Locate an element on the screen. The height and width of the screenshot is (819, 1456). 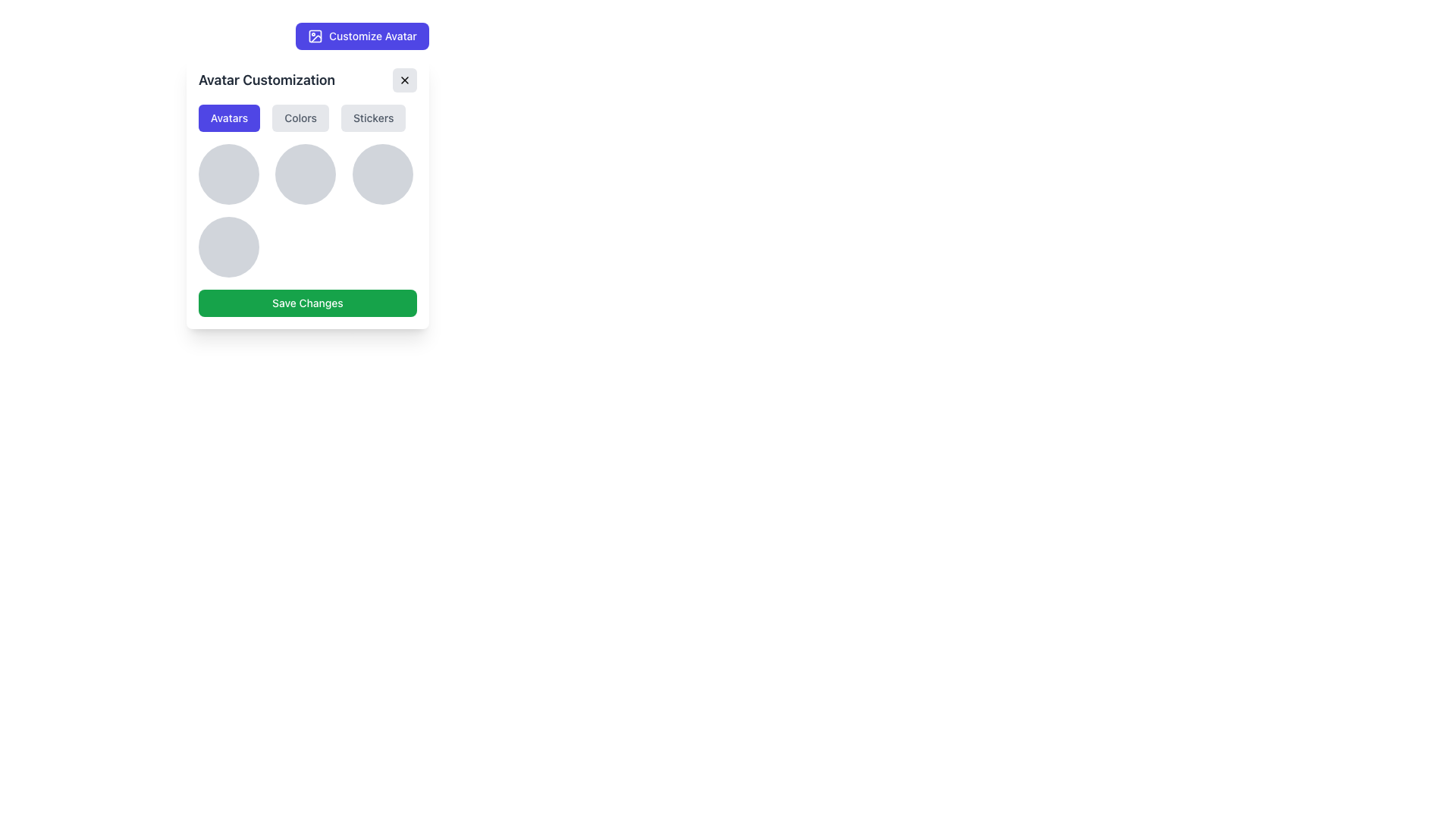
the 'Stickers' button for keyboard navigation is located at coordinates (373, 117).